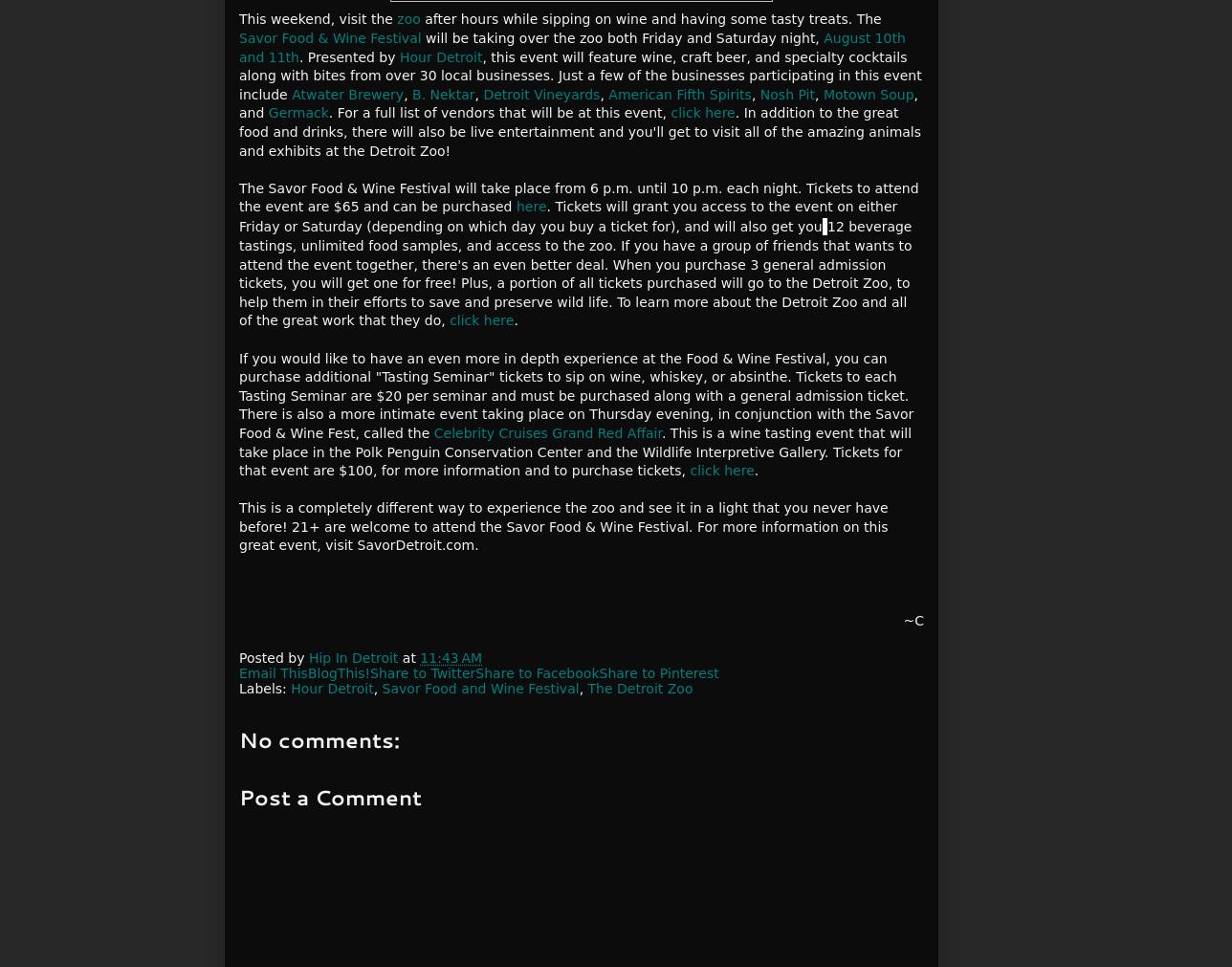  I want to click on 'The Detroit Zoo', so click(639, 688).